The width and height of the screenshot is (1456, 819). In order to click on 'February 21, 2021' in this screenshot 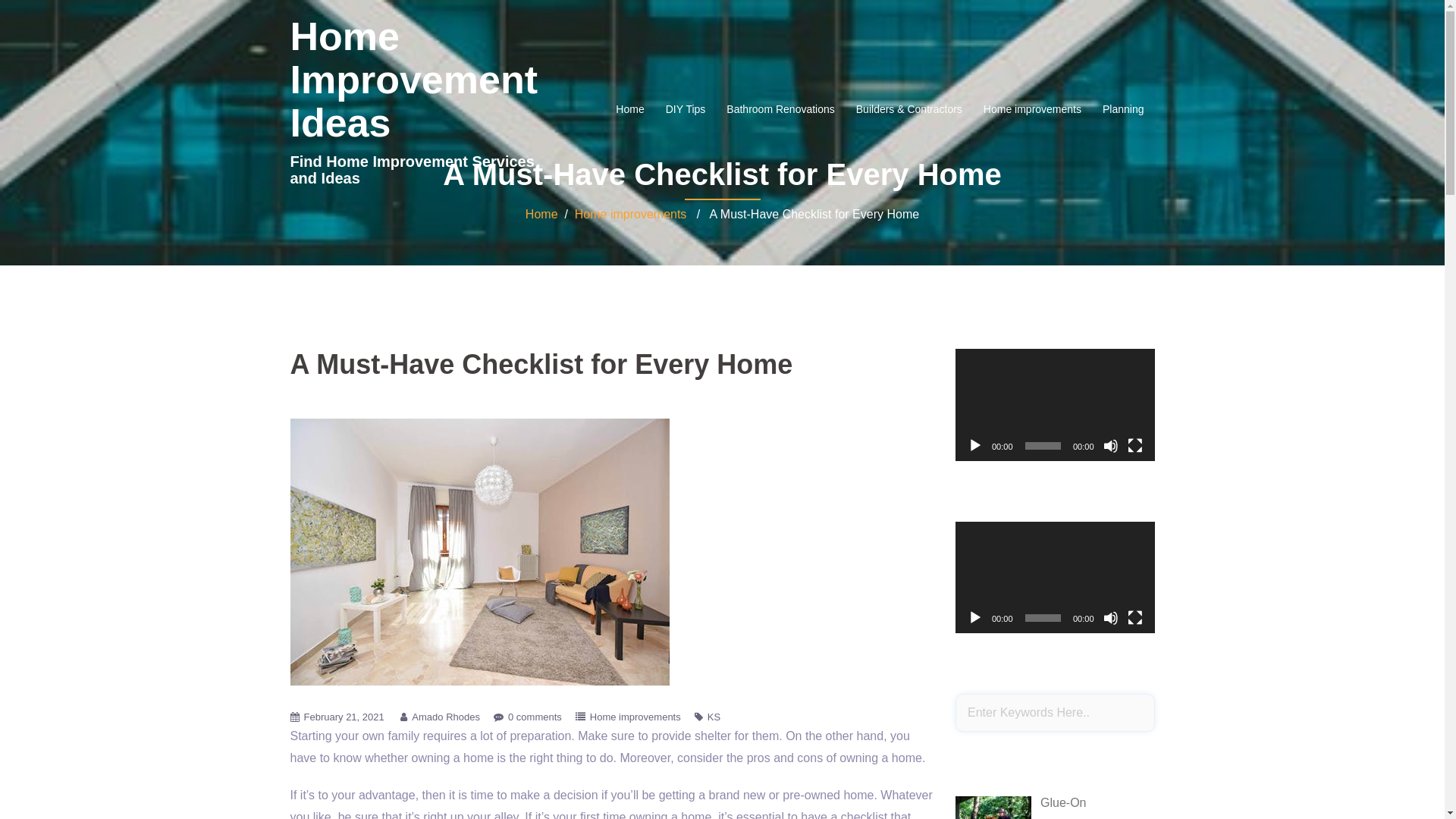, I will do `click(342, 717)`.